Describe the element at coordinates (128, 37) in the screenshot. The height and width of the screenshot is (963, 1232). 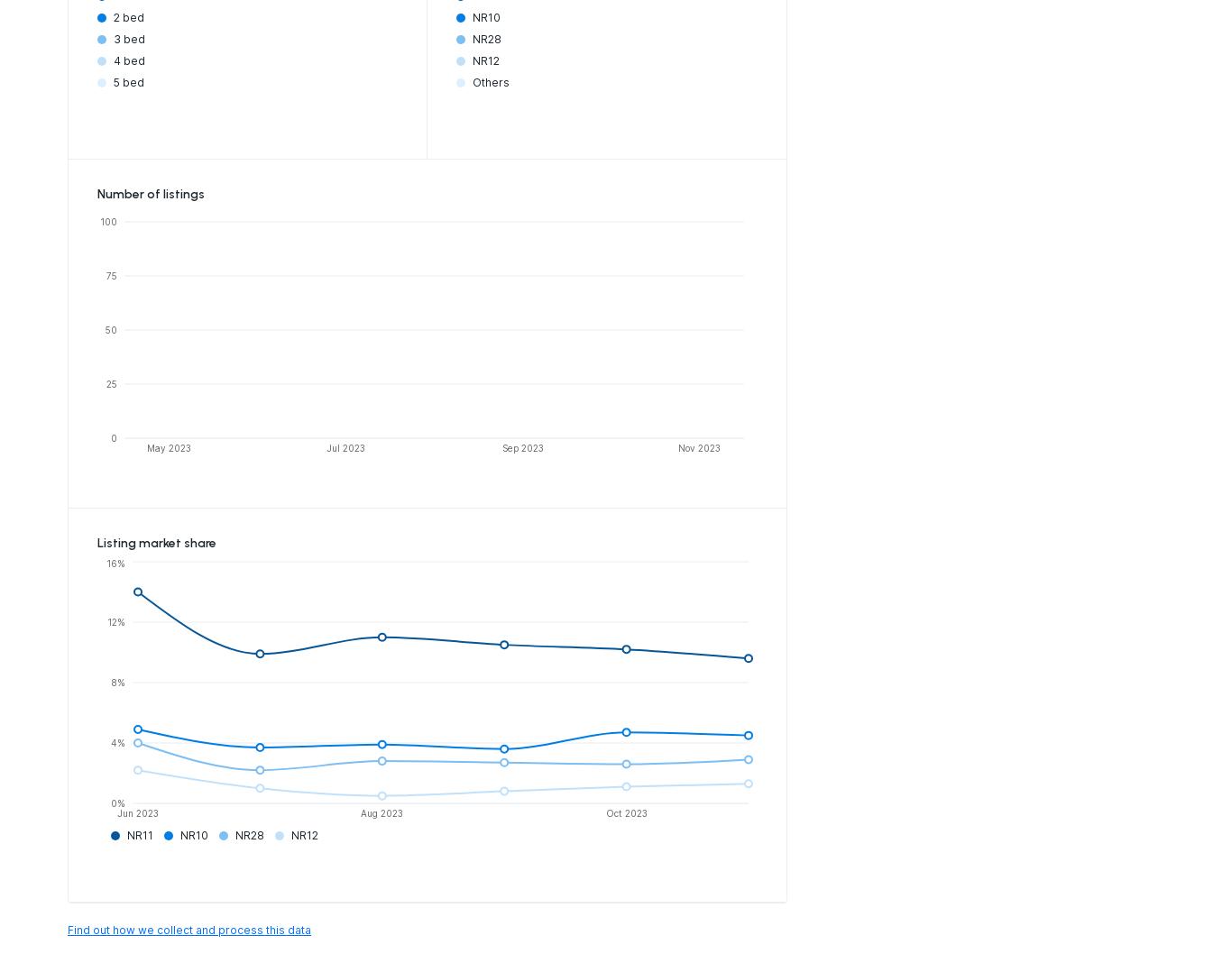
I see `'3 bed'` at that location.